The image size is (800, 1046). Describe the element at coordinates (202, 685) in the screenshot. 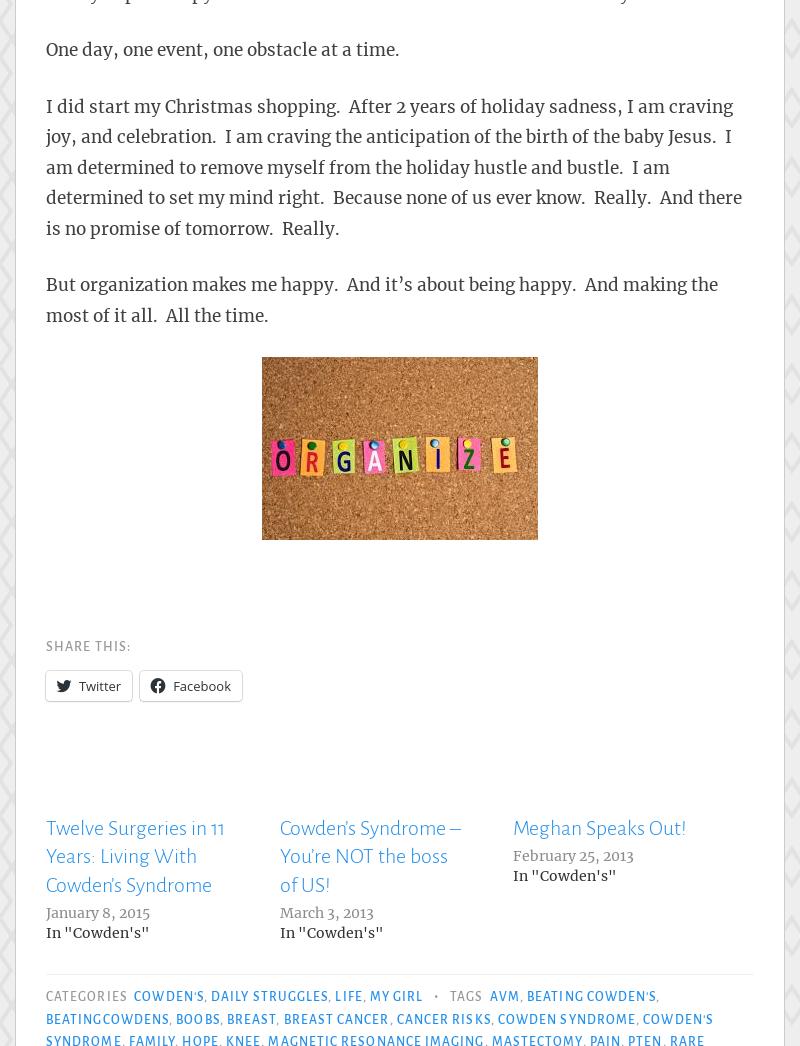

I see `'Facebook'` at that location.